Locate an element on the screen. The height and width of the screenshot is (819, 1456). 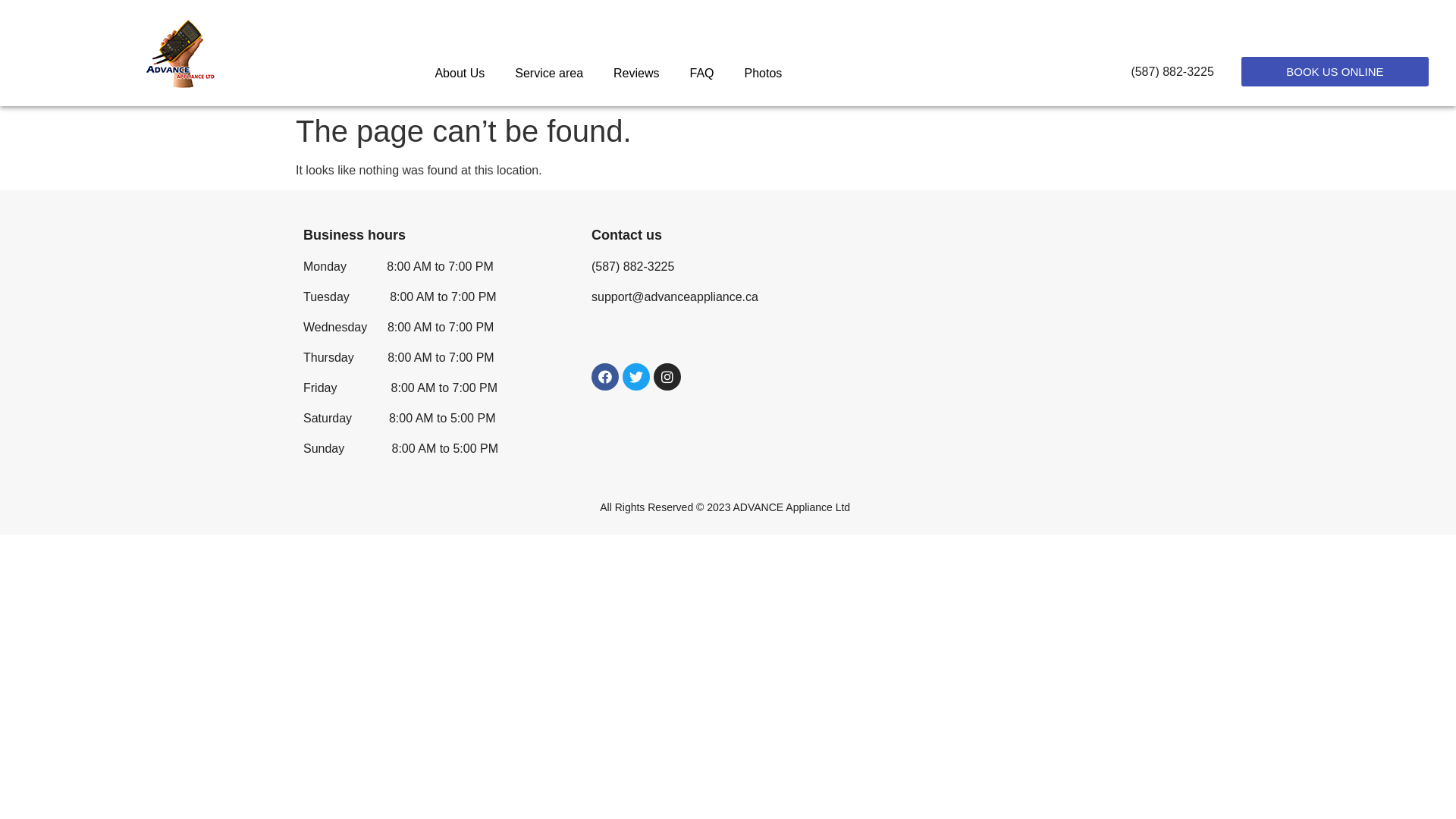
'BOOK US ONLINE' is located at coordinates (1335, 71).